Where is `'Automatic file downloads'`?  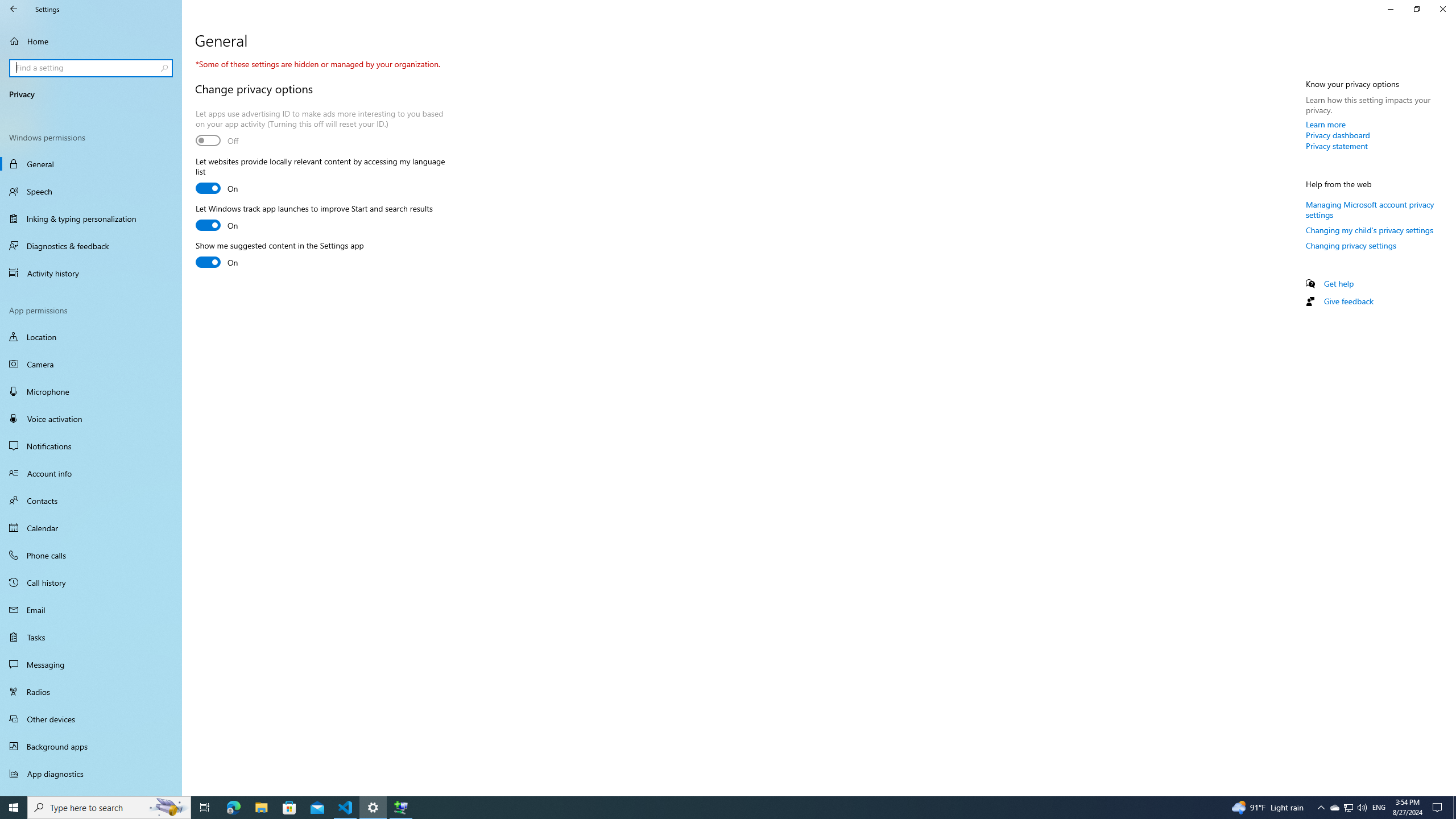 'Automatic file downloads' is located at coordinates (90, 791).